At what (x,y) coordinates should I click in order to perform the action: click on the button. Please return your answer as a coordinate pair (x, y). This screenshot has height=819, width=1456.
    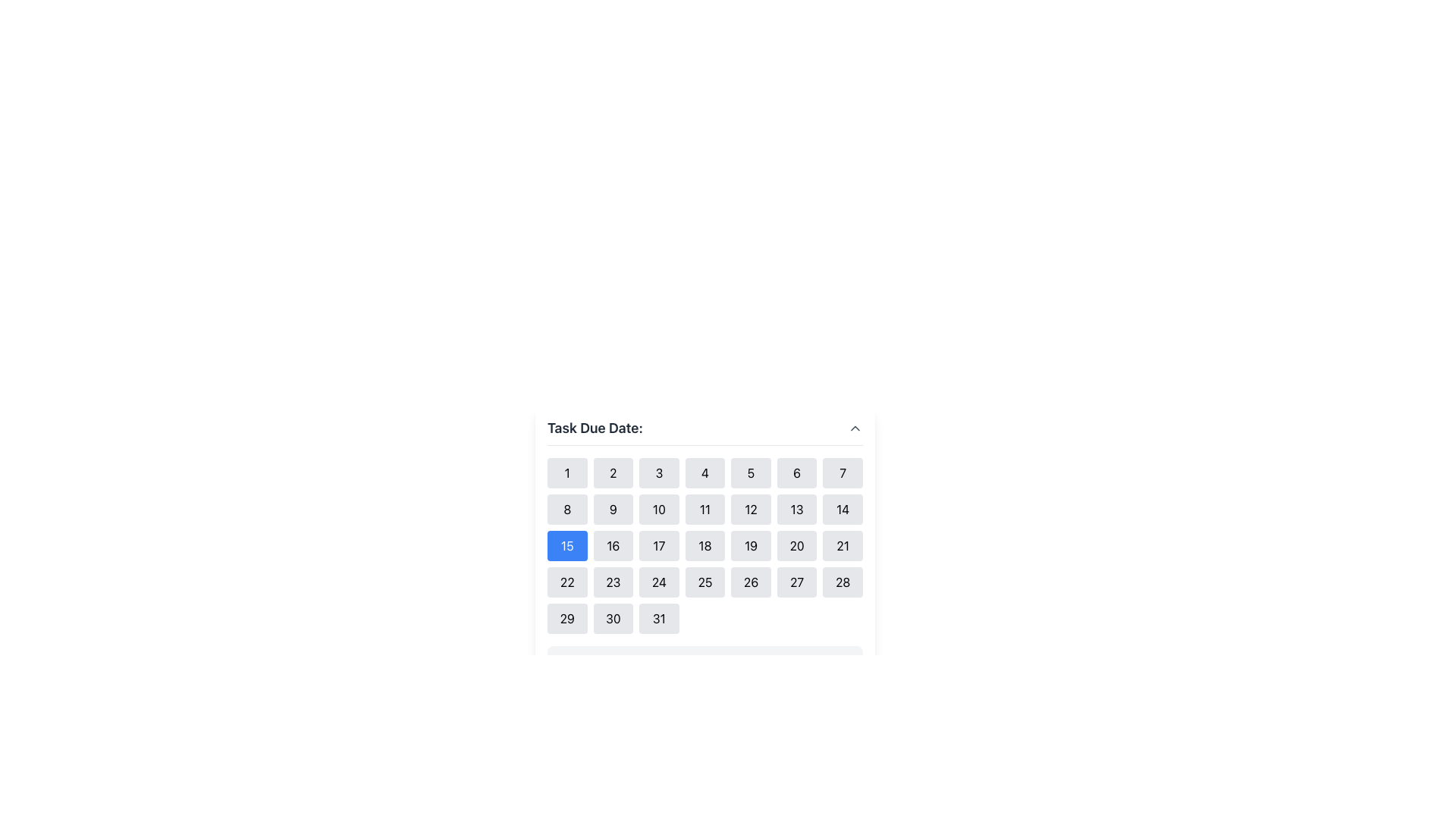
    Looking at the image, I should click on (704, 546).